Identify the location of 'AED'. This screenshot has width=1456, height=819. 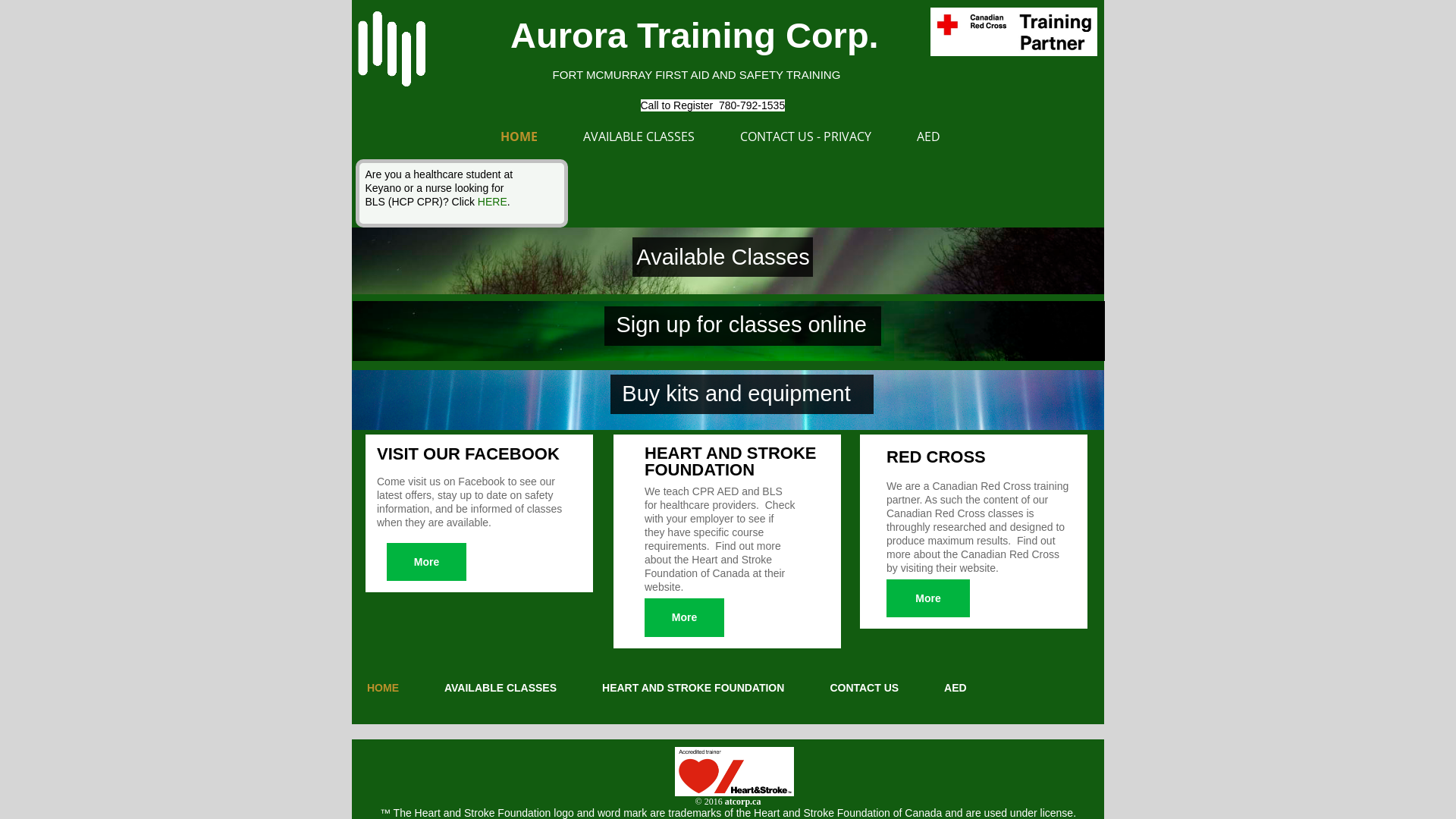
(927, 687).